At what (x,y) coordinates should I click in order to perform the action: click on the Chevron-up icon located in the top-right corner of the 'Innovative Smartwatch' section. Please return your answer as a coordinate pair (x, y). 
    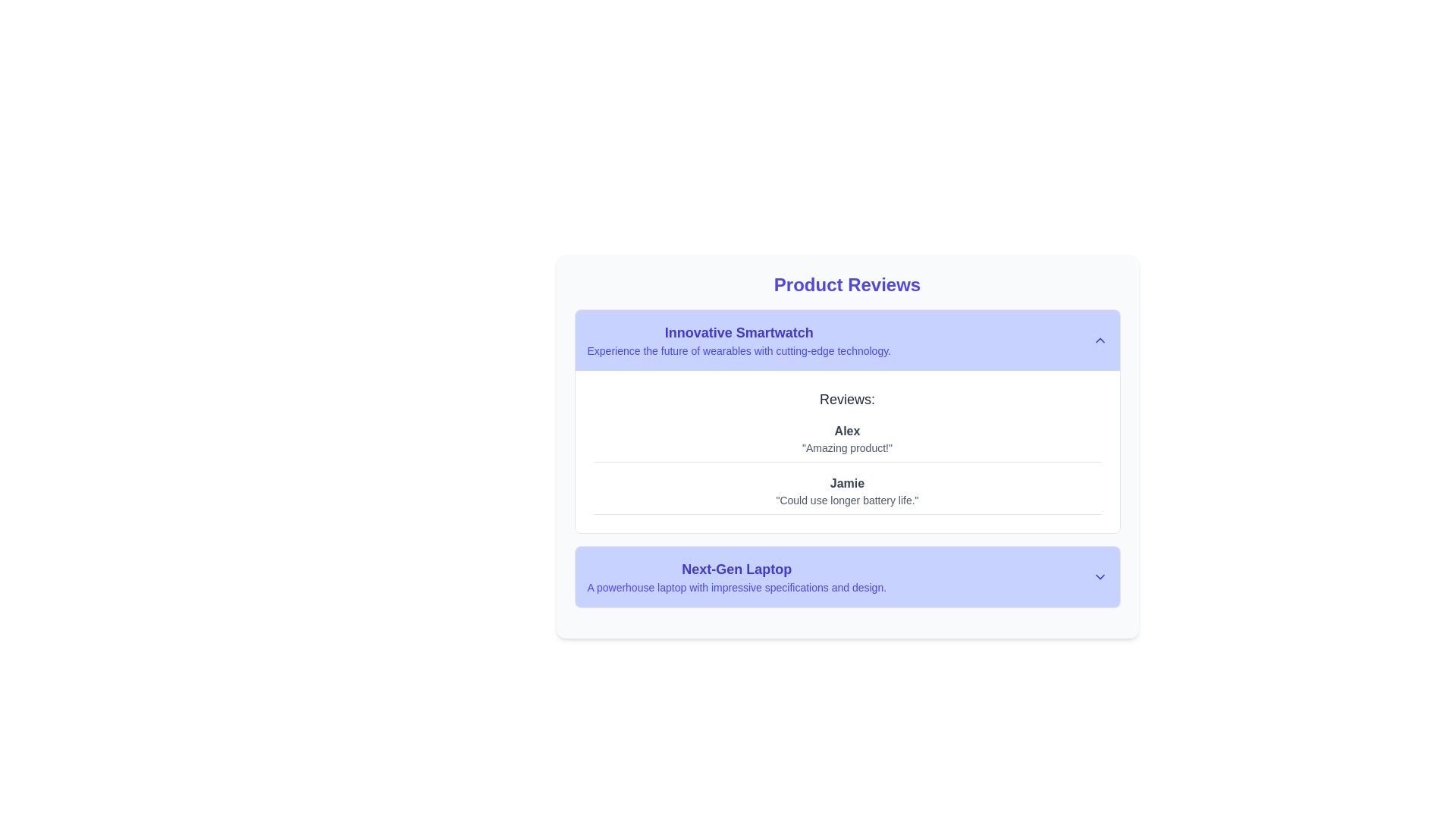
    Looking at the image, I should click on (1100, 339).